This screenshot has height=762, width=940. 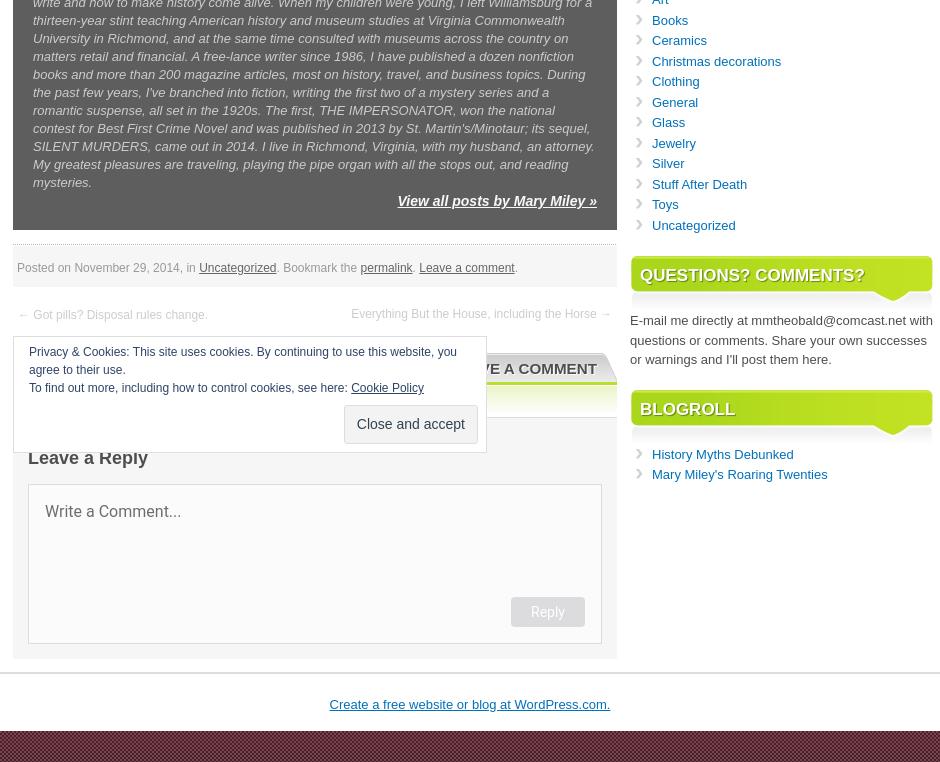 I want to click on 'Glass', so click(x=667, y=122).